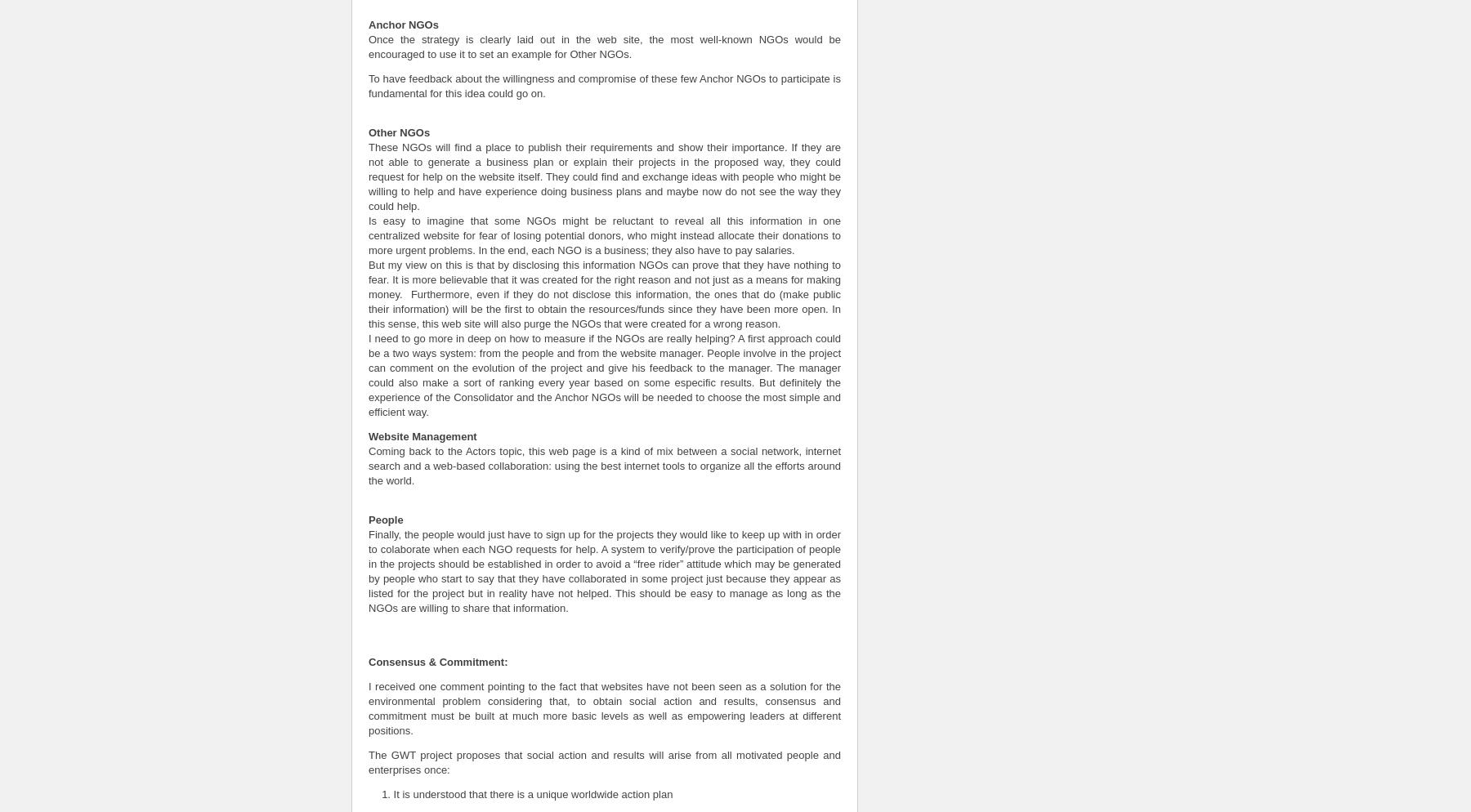 Image resolution: width=1471 pixels, height=812 pixels. I want to click on 'Finally, the people would just have to sign up for the projects they would like to keep up with in order to colaborate when each NGO requests for help. A system to verify/prove the participation of people in the projects should be established in order to avoid a “free rider” attitude which may be generated by people who start to say that they have collaborated in some project just because they appear as listed for the project but in reality have not helped. This should be easy to manage as long as the NGOs are willing to share that information.', so click(603, 569).